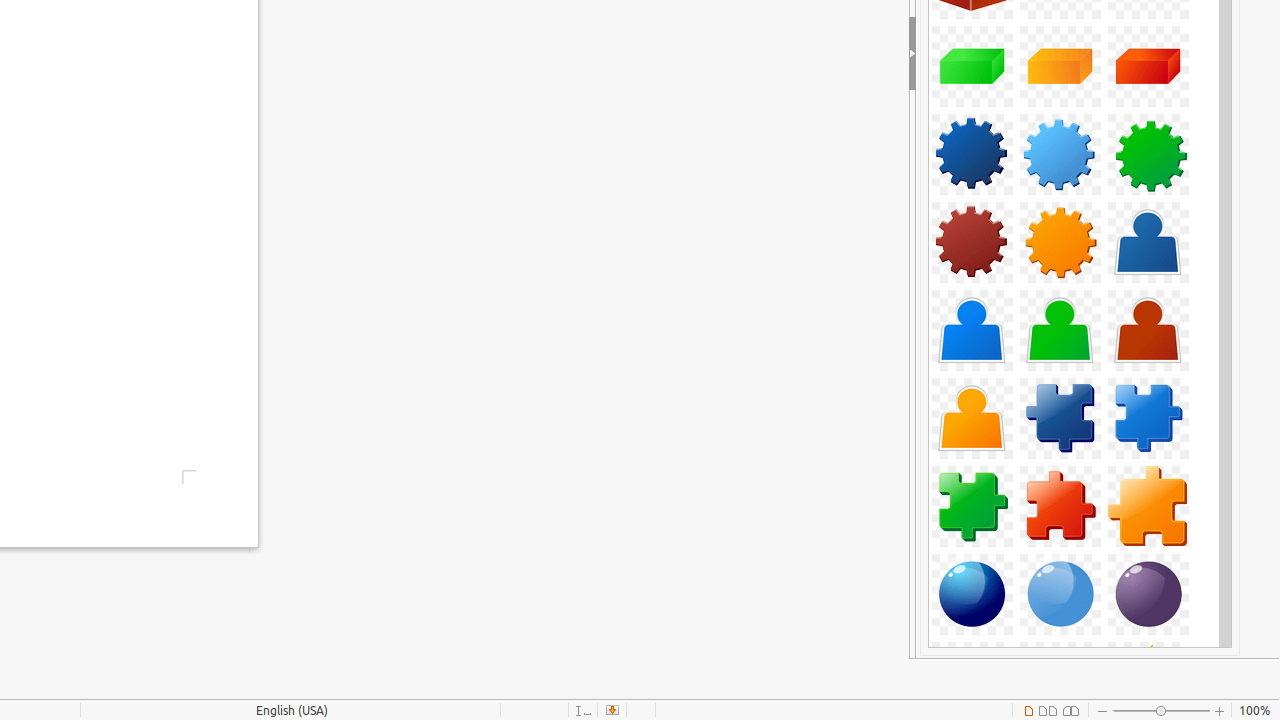 This screenshot has width=1280, height=720. I want to click on 'Component-Person01-DarkBlue', so click(1148, 240).